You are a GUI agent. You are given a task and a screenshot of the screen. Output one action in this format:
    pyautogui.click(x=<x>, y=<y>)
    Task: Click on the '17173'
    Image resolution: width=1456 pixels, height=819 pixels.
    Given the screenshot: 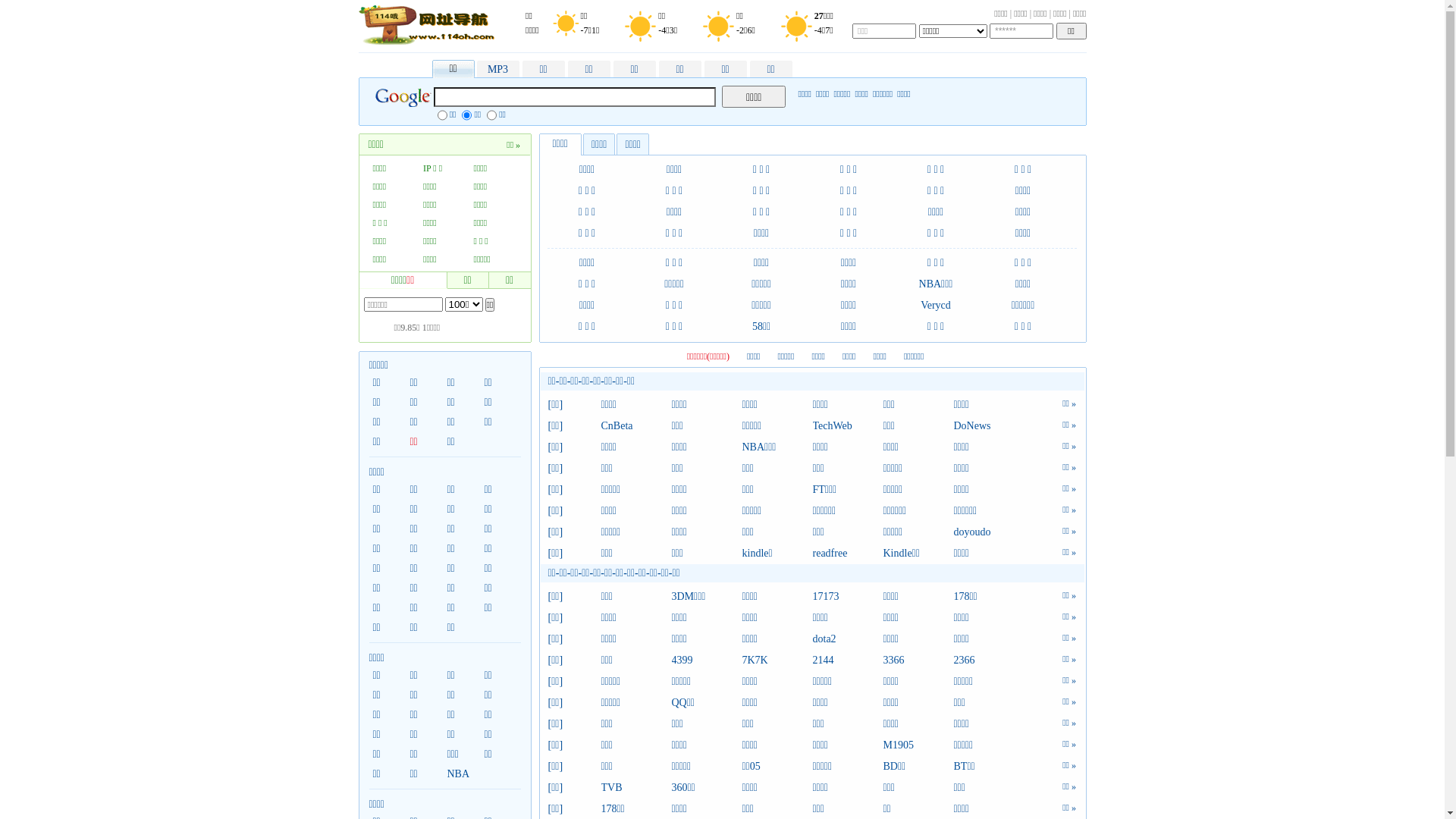 What is the action you would take?
    pyautogui.click(x=847, y=595)
    